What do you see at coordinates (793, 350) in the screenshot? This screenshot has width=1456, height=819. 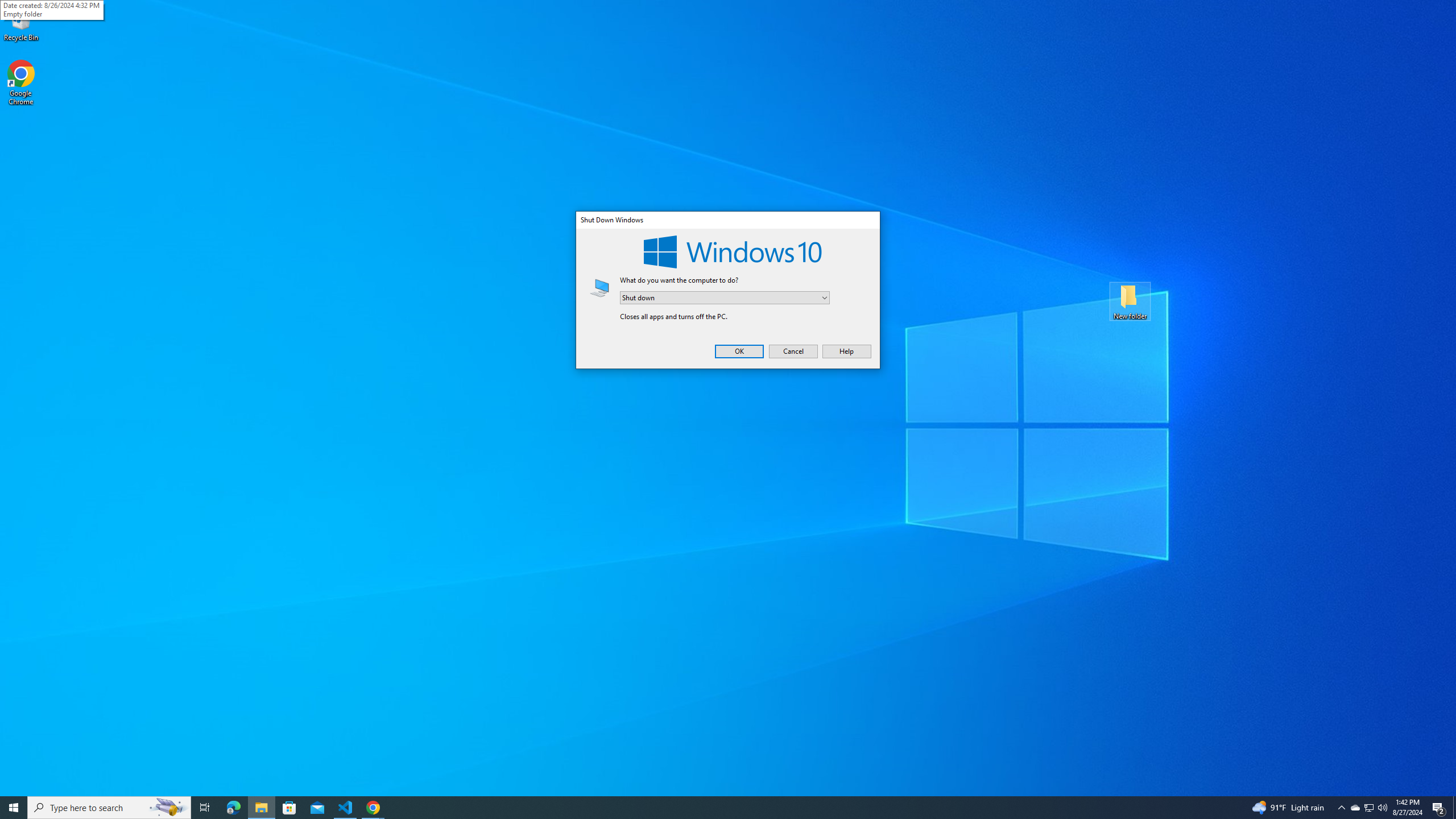 I see `'Cancel'` at bounding box center [793, 350].